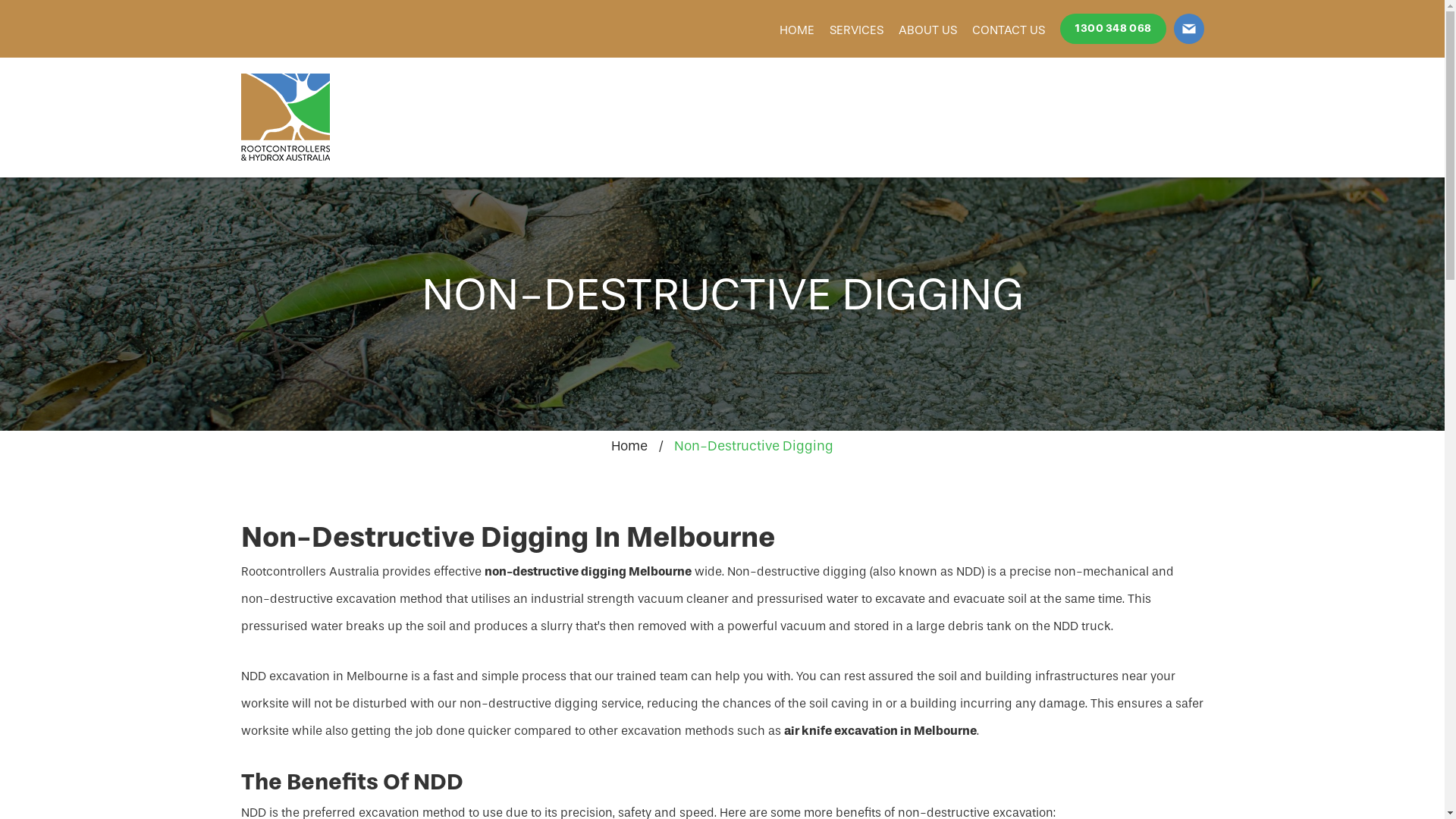 This screenshot has height=819, width=1456. I want to click on 'CONTACT US', so click(1008, 29).